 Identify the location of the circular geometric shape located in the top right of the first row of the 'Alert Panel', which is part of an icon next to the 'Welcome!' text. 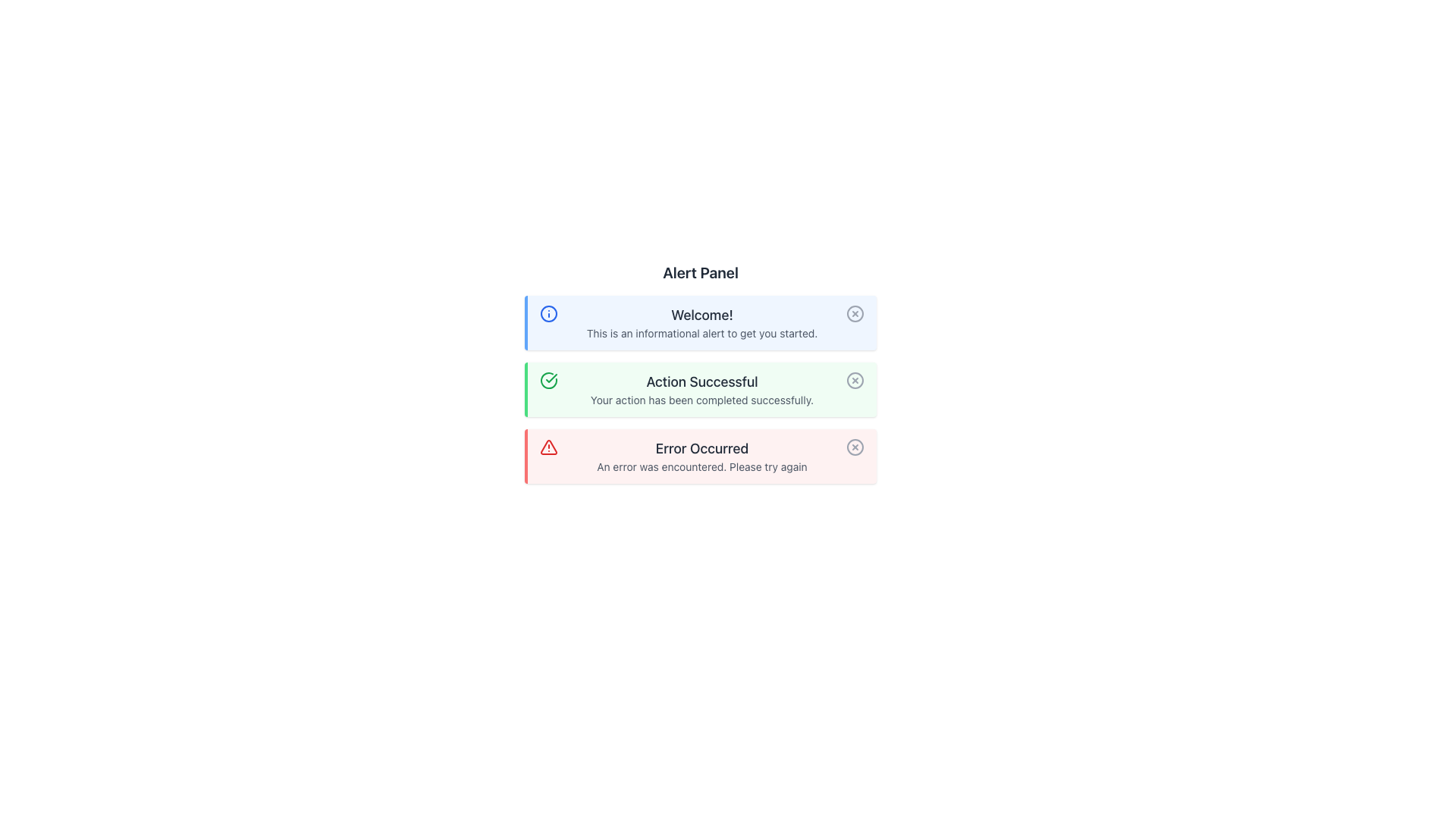
(855, 312).